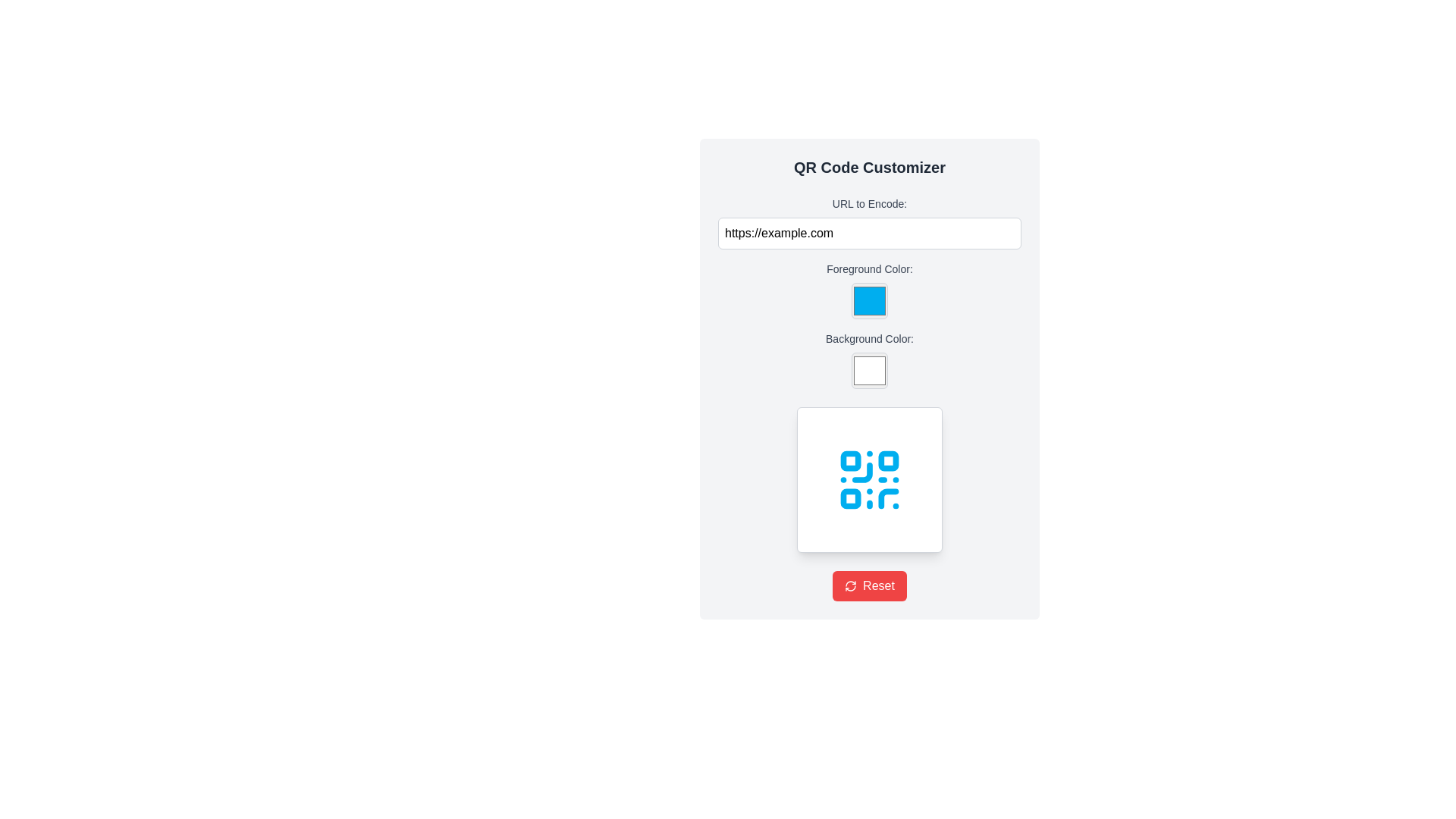  Describe the element at coordinates (870, 359) in the screenshot. I see `the Color Picker Input element located below the 'Background Color:' label for keyboard input` at that location.